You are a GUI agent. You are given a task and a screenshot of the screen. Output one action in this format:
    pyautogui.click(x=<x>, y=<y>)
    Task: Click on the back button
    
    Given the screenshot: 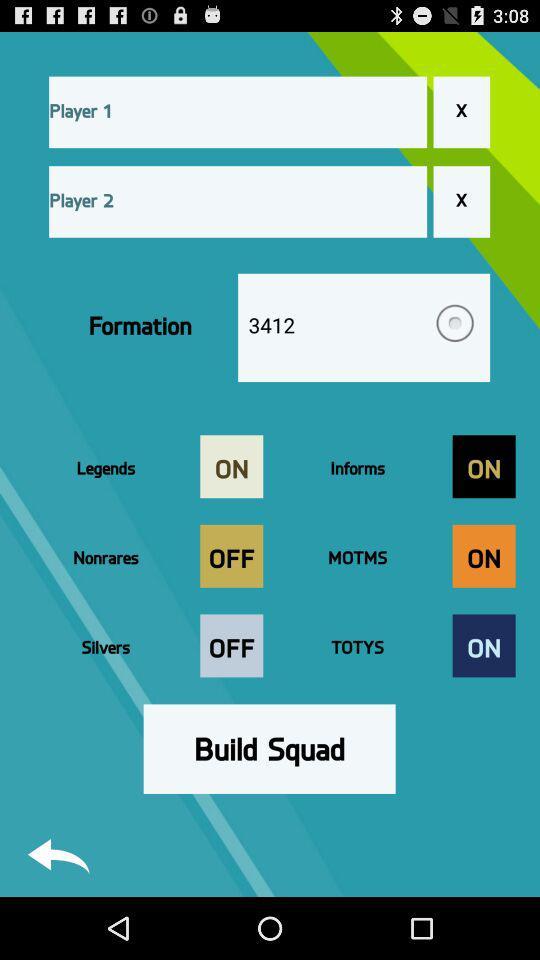 What is the action you would take?
    pyautogui.click(x=58, y=855)
    